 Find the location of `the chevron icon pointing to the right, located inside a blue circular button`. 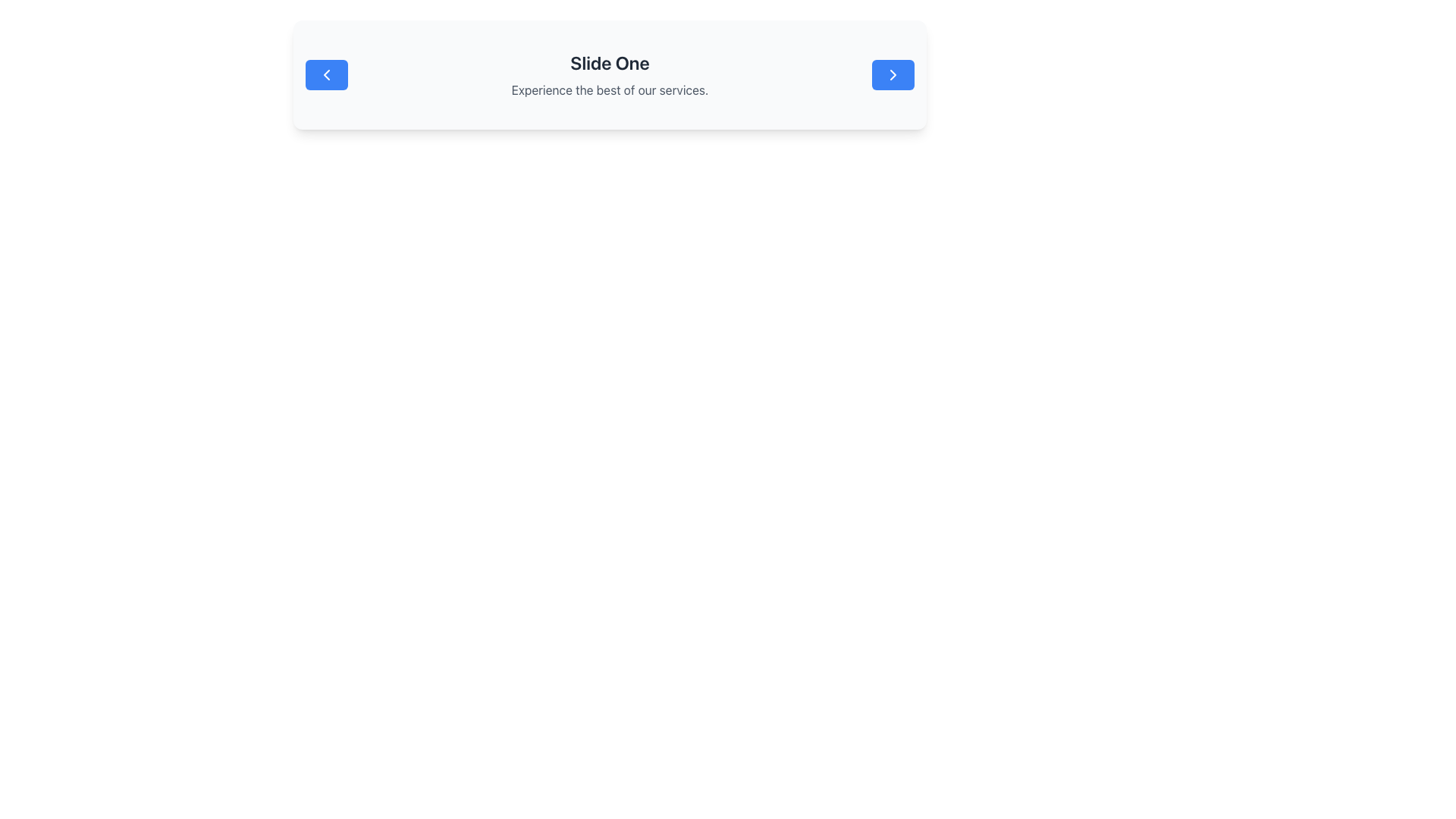

the chevron icon pointing to the right, located inside a blue circular button is located at coordinates (893, 75).